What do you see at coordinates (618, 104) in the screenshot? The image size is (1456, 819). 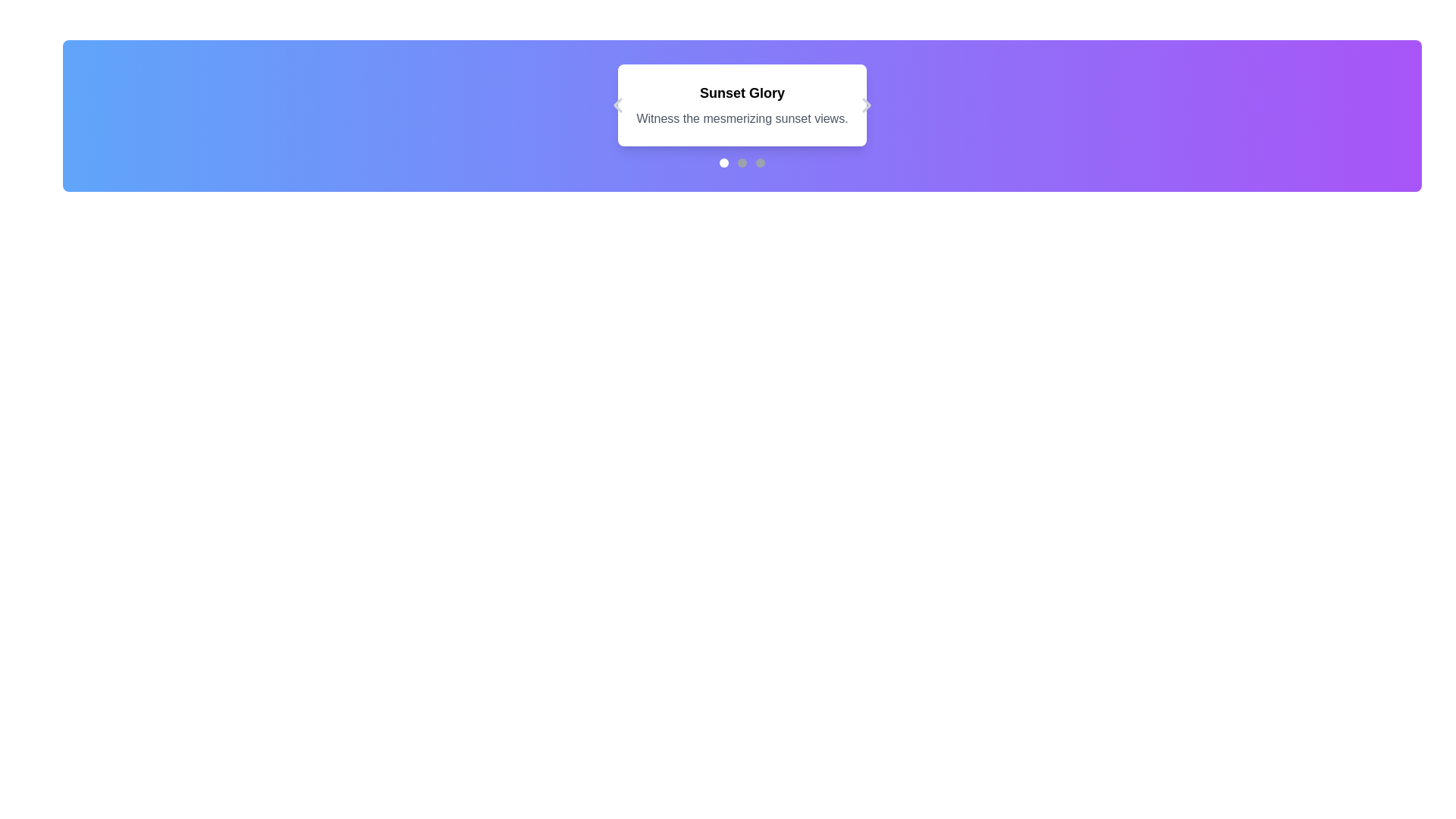 I see `the previous navigation button located to the left of the 'Sunset Glory' text to change its appearance` at bounding box center [618, 104].